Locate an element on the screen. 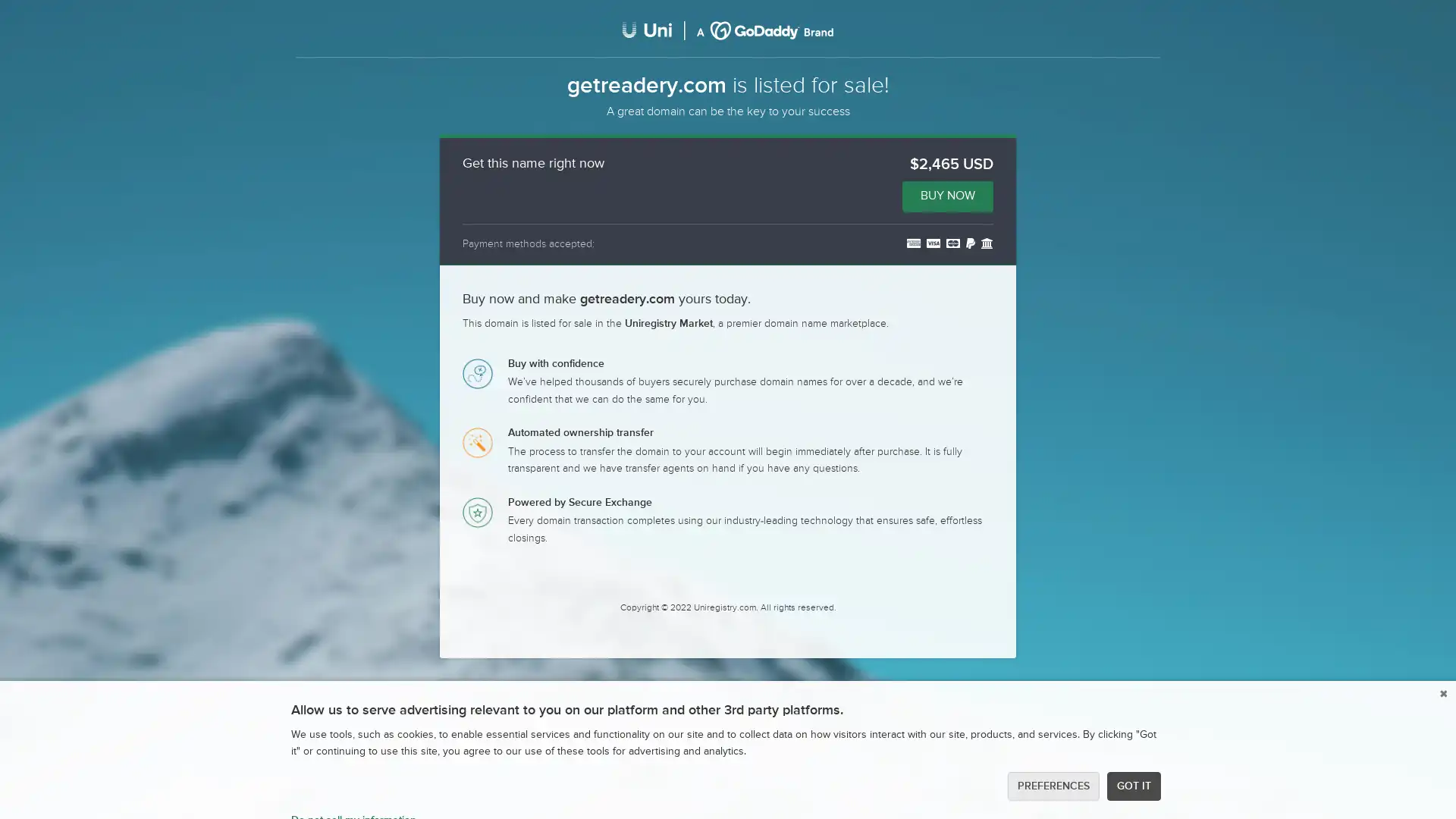  BUY NOW is located at coordinates (946, 195).